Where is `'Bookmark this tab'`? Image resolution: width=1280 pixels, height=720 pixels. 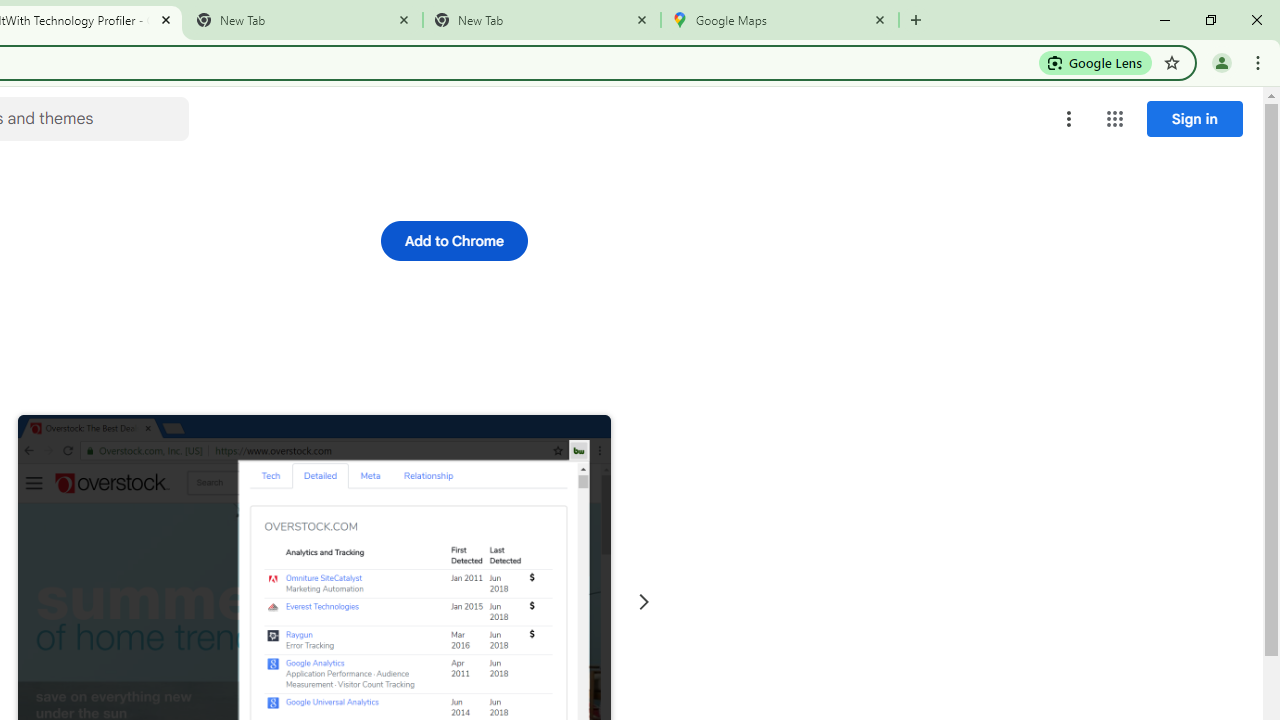 'Bookmark this tab' is located at coordinates (1171, 61).